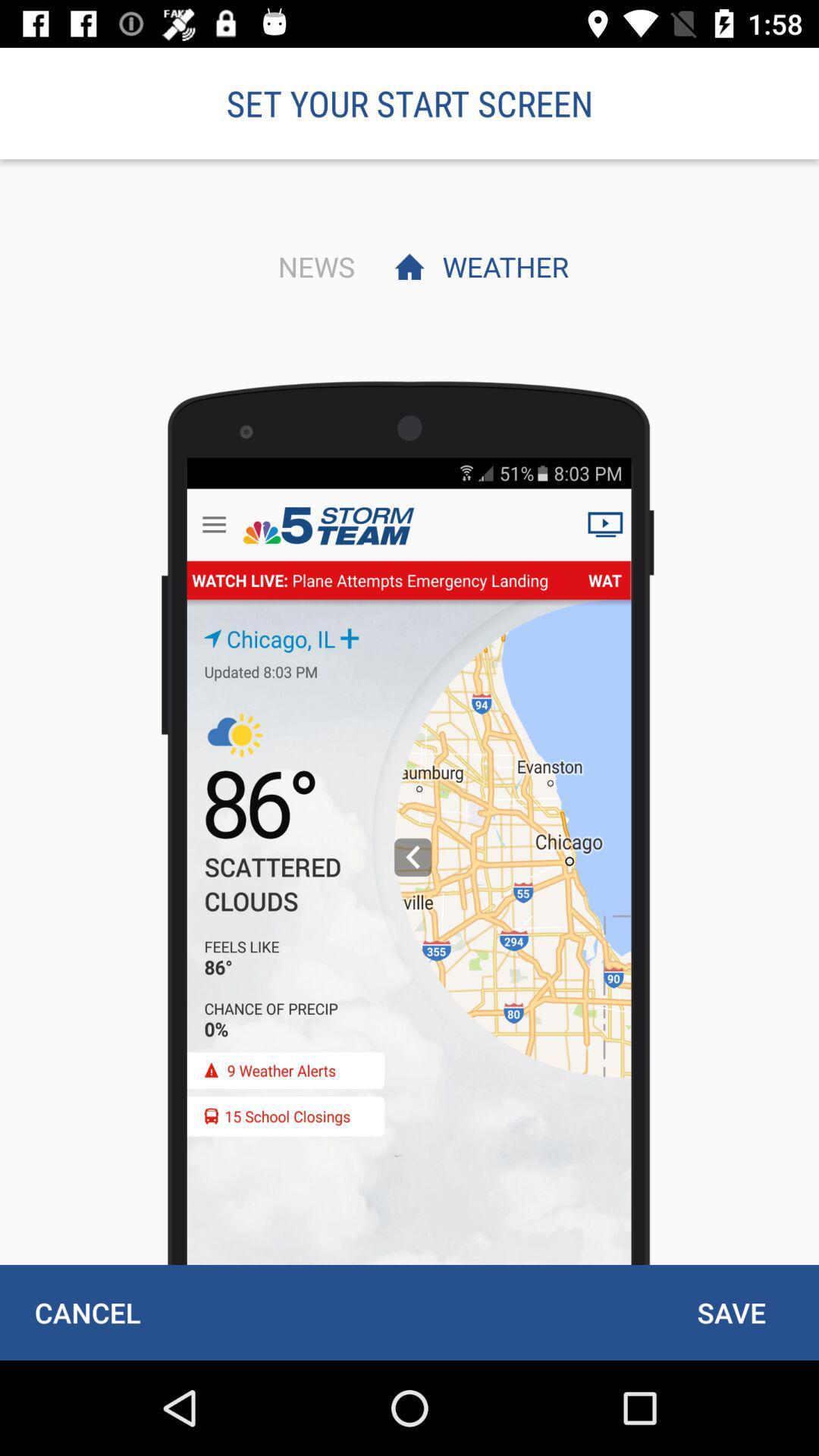  Describe the element at coordinates (730, 1312) in the screenshot. I see `icon at the bottom right corner` at that location.